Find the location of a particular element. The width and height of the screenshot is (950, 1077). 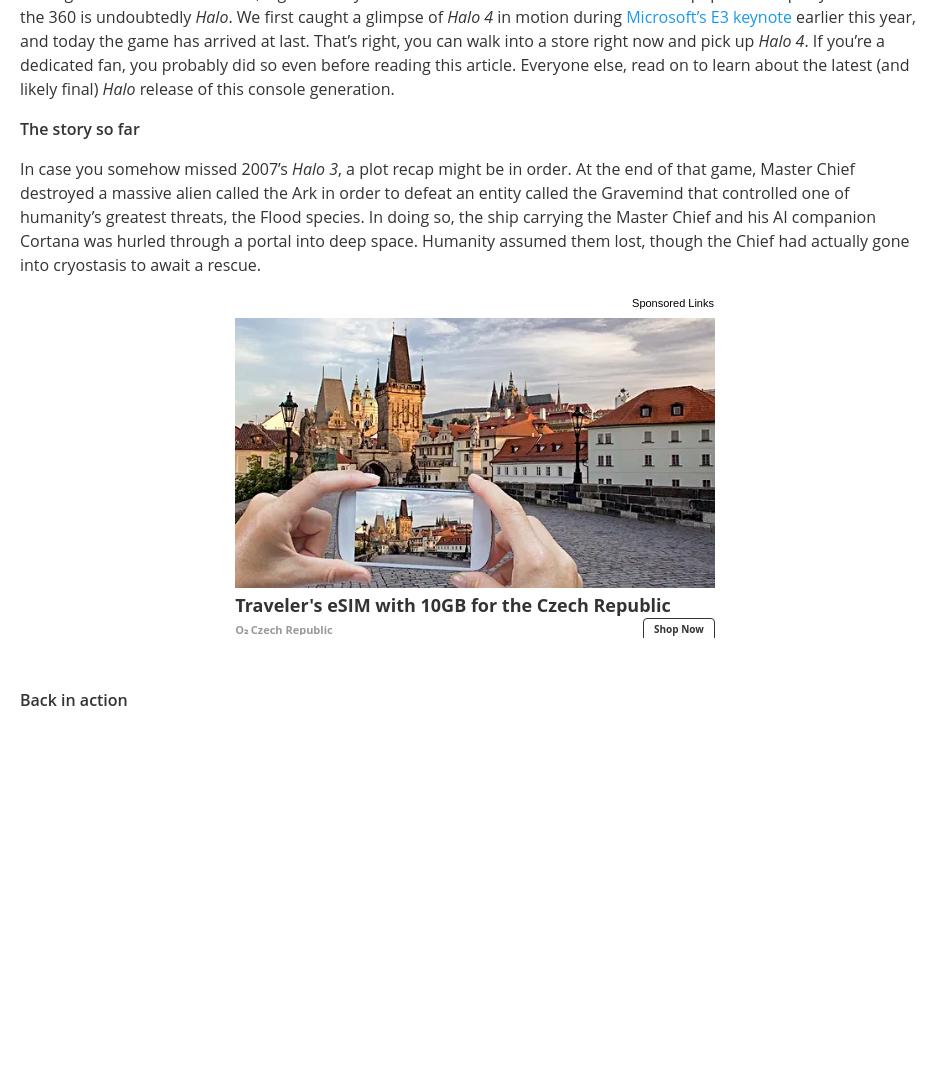

'in motion during' is located at coordinates (559, 15).